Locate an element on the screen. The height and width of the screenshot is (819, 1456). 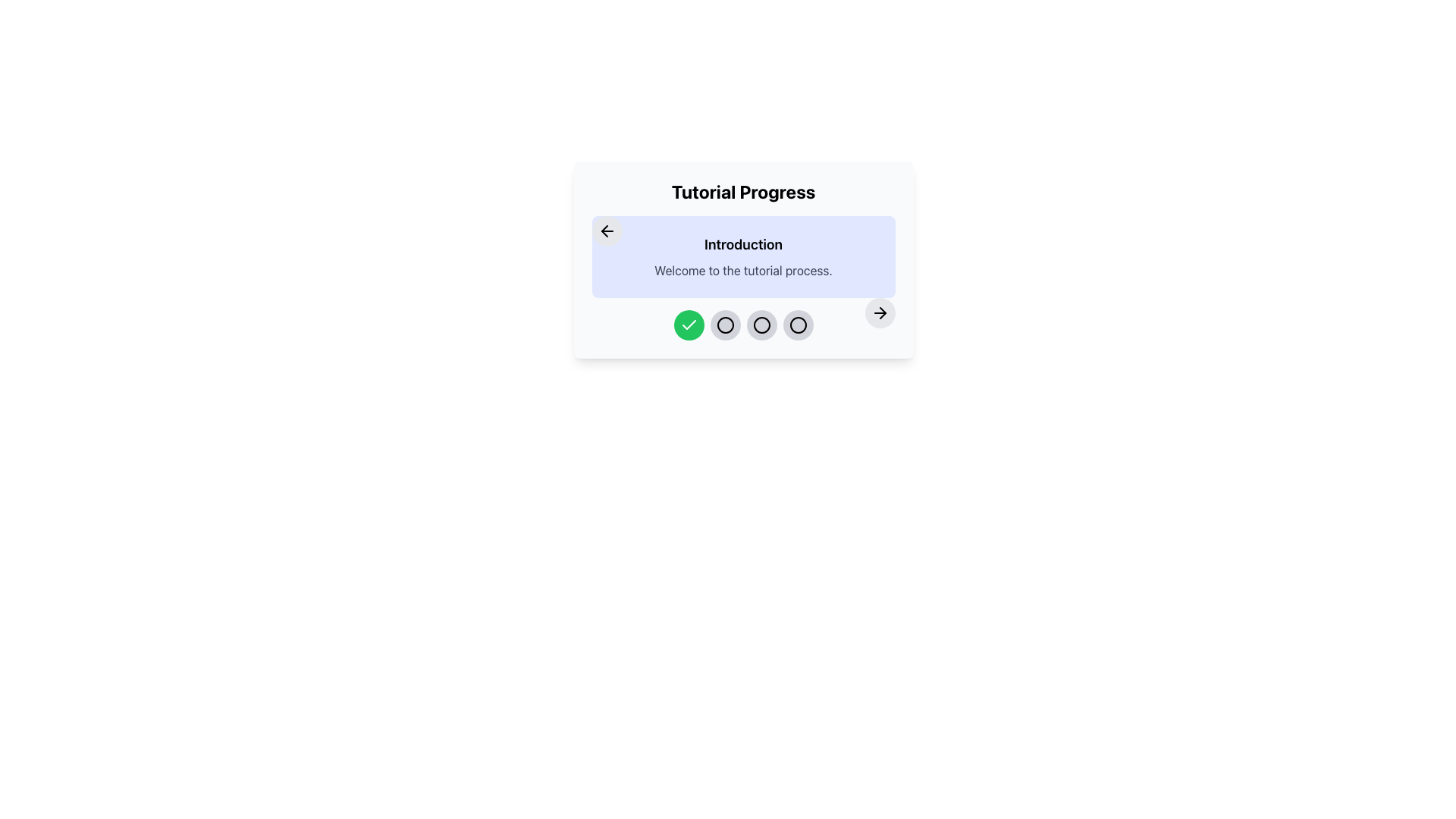
the fourth circular progress indicator icon within the 'Tutorial Progress' panel is located at coordinates (797, 324).